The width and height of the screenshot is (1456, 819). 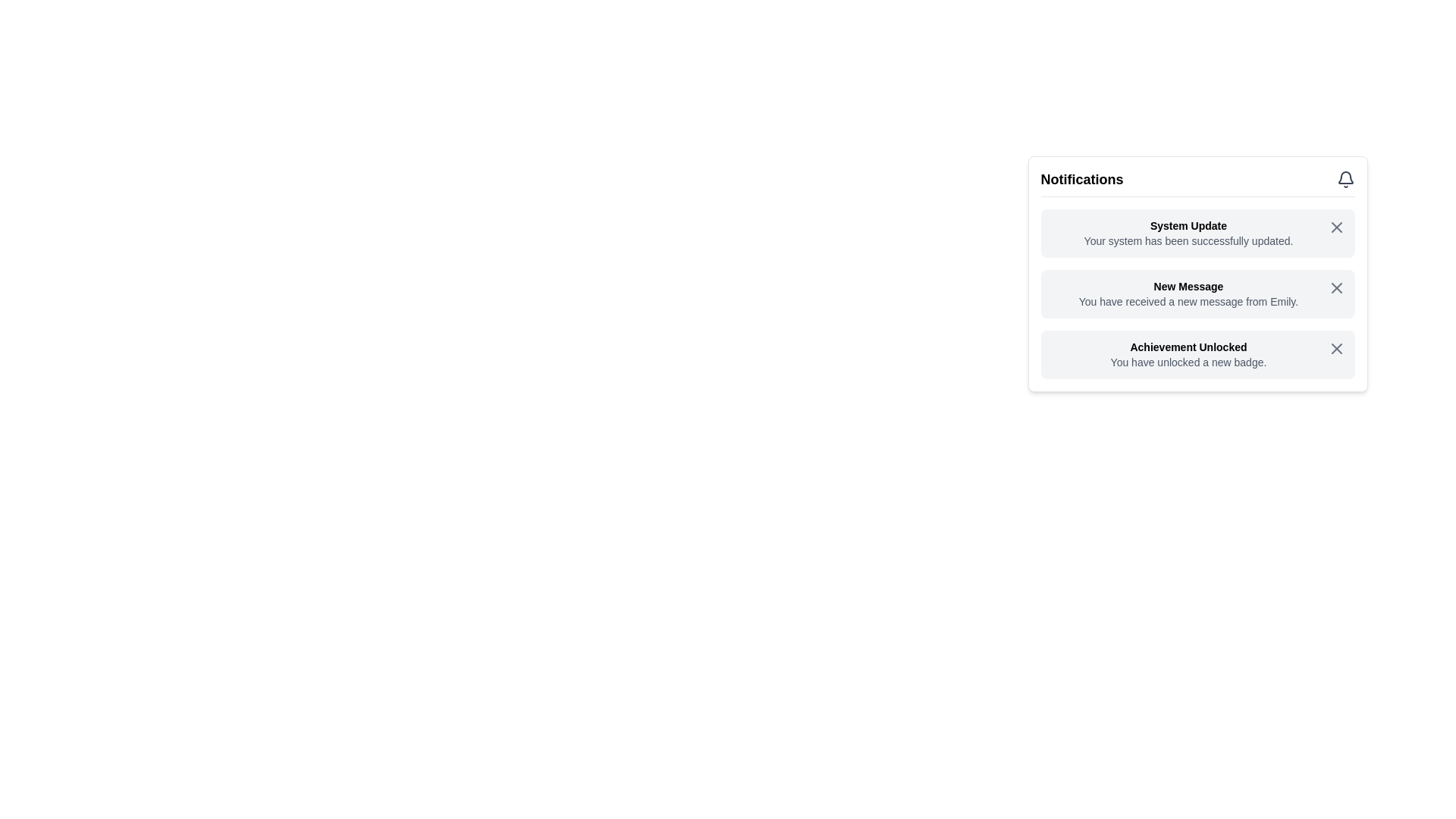 I want to click on text displayed in the notification card at the top of the list, which informs the user about the successful update of their system, so click(x=1188, y=234).